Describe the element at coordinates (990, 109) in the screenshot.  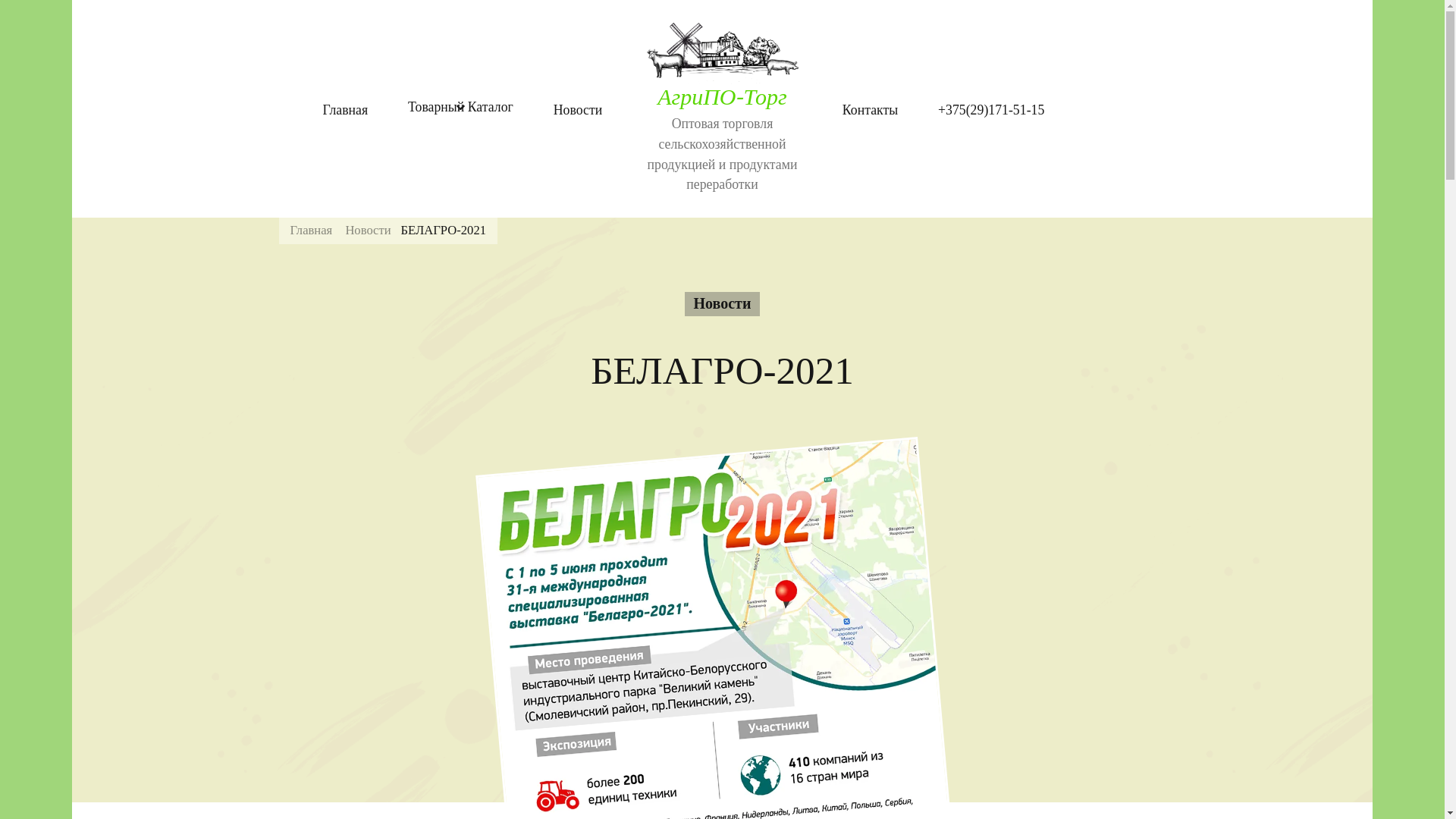
I see `'+375(29)171-51-15'` at that location.